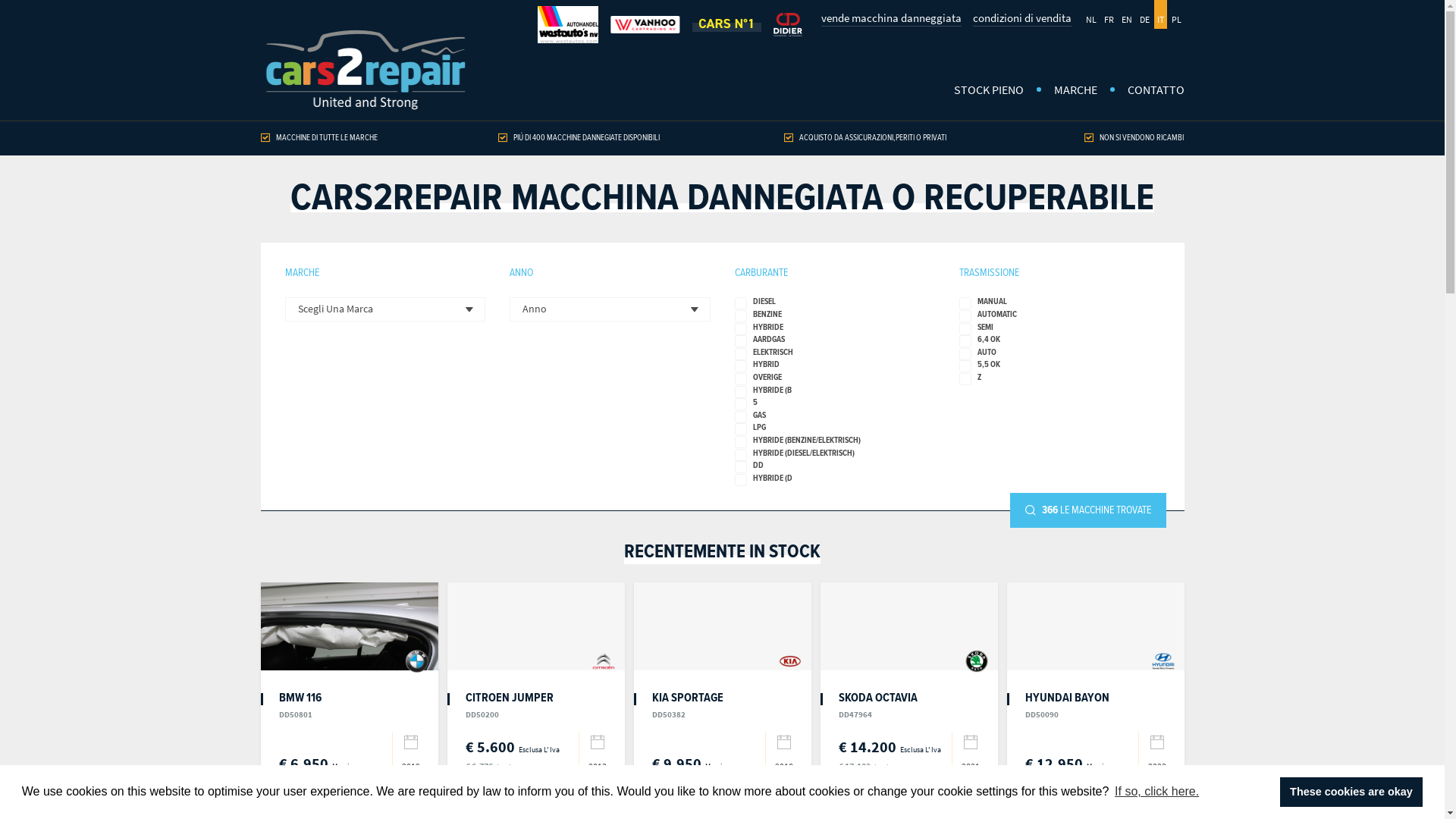  I want to click on 'KIA', so click(789, 660).